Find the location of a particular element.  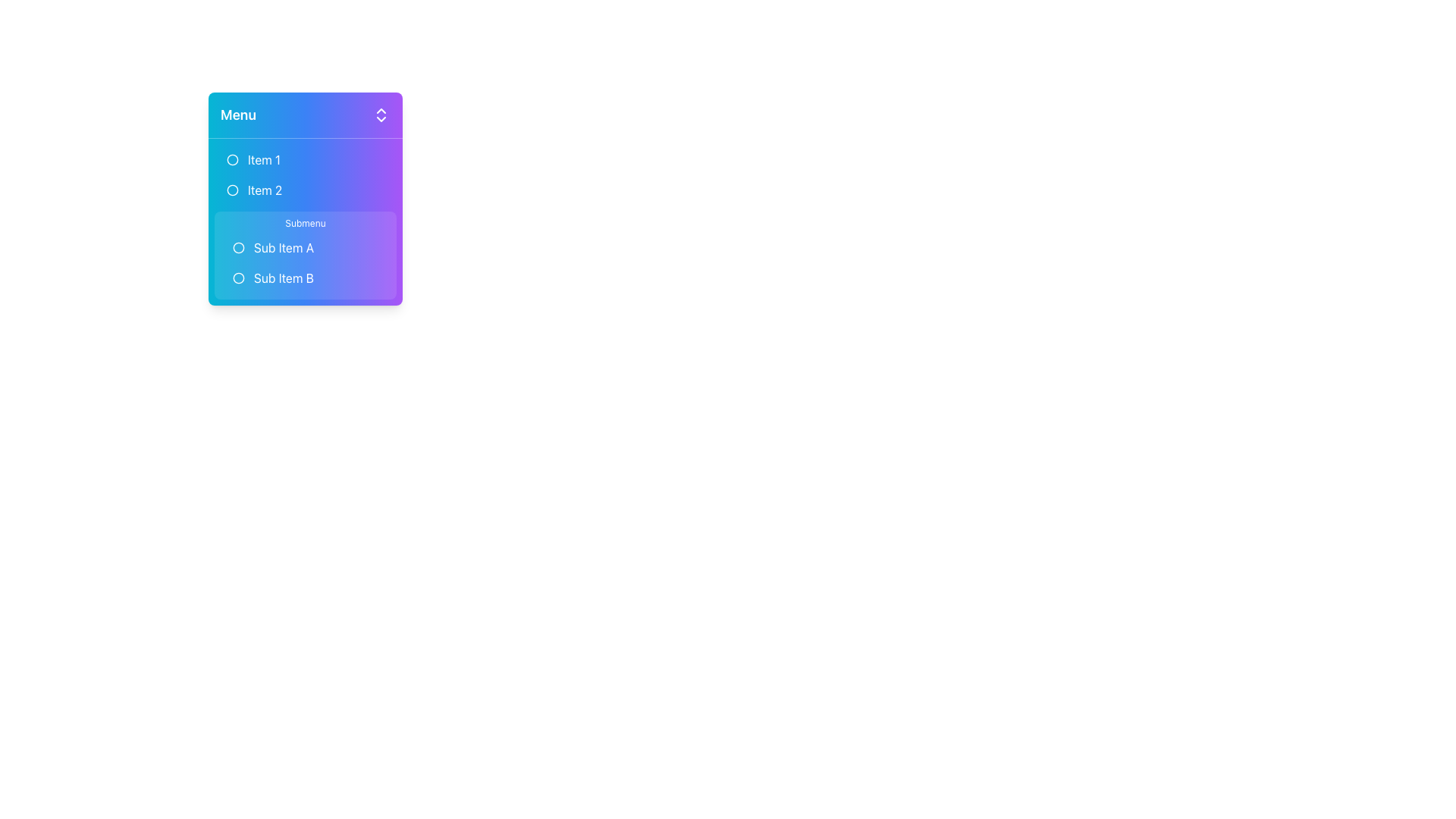

the blue circular graphic element located under the 'Sub Item B' text in the submenu section of the UI is located at coordinates (238, 278).